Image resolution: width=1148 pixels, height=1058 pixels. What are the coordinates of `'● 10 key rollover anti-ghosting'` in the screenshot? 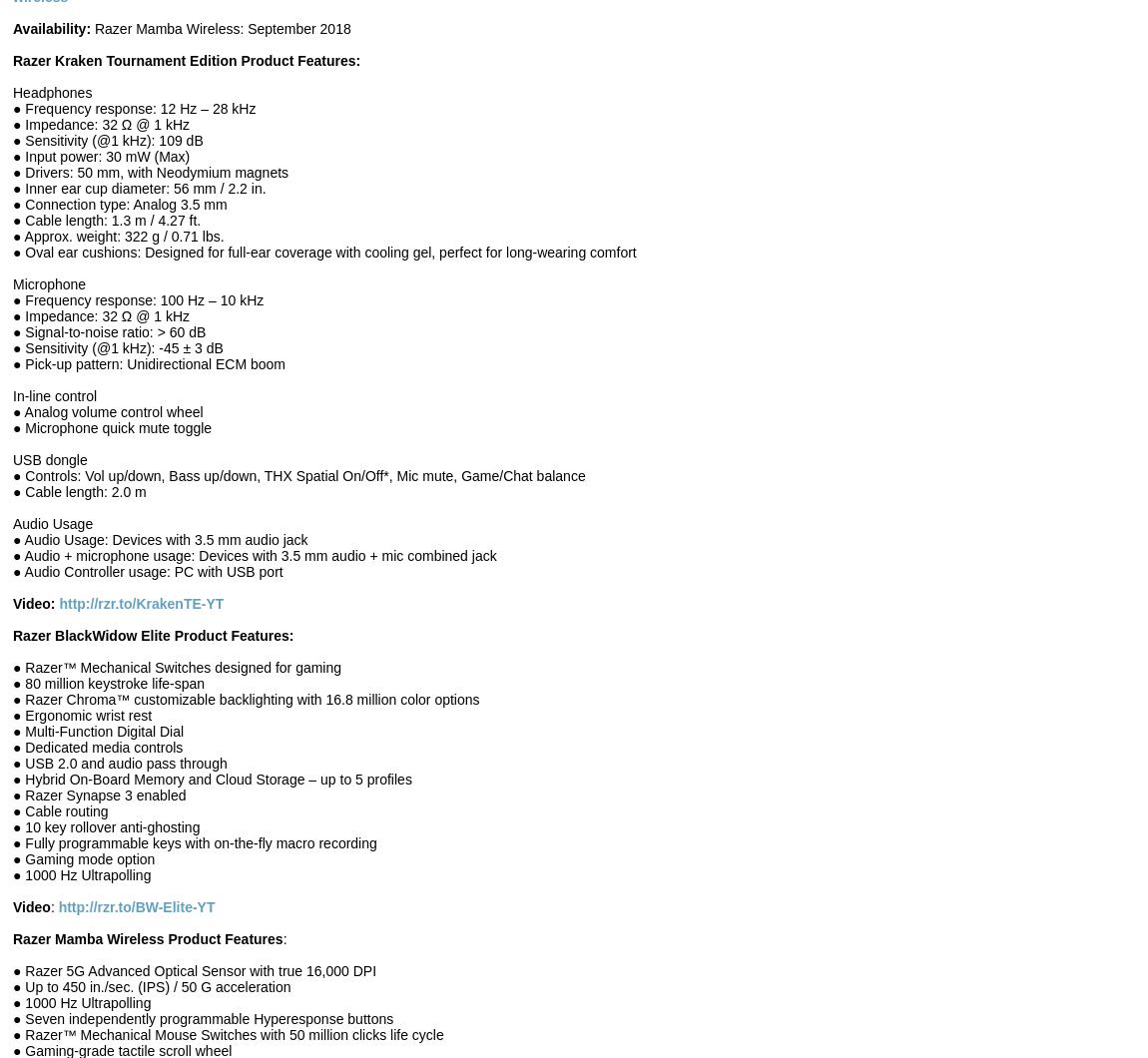 It's located at (105, 827).